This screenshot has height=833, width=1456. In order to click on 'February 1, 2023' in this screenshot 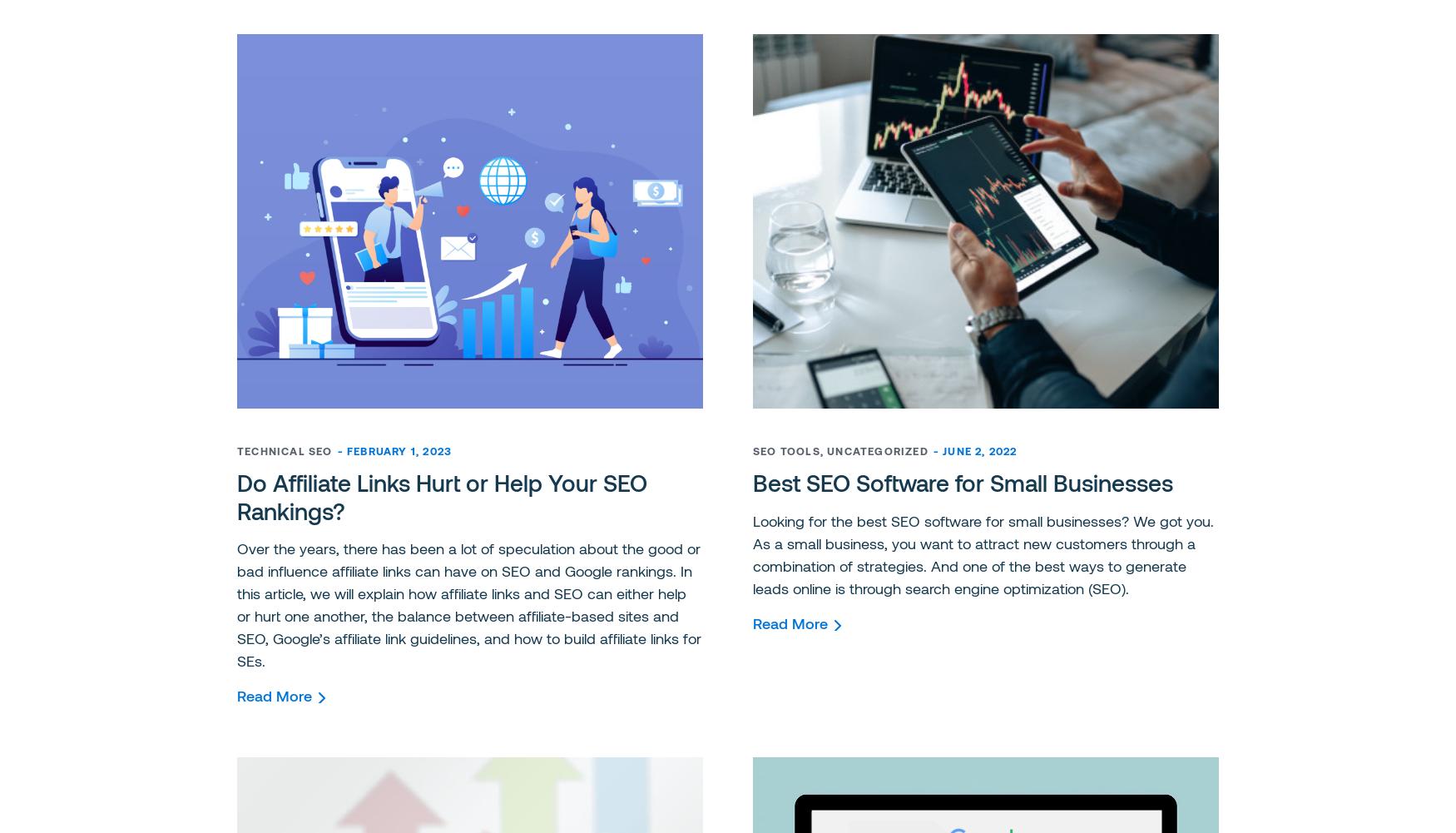, I will do `click(346, 450)`.